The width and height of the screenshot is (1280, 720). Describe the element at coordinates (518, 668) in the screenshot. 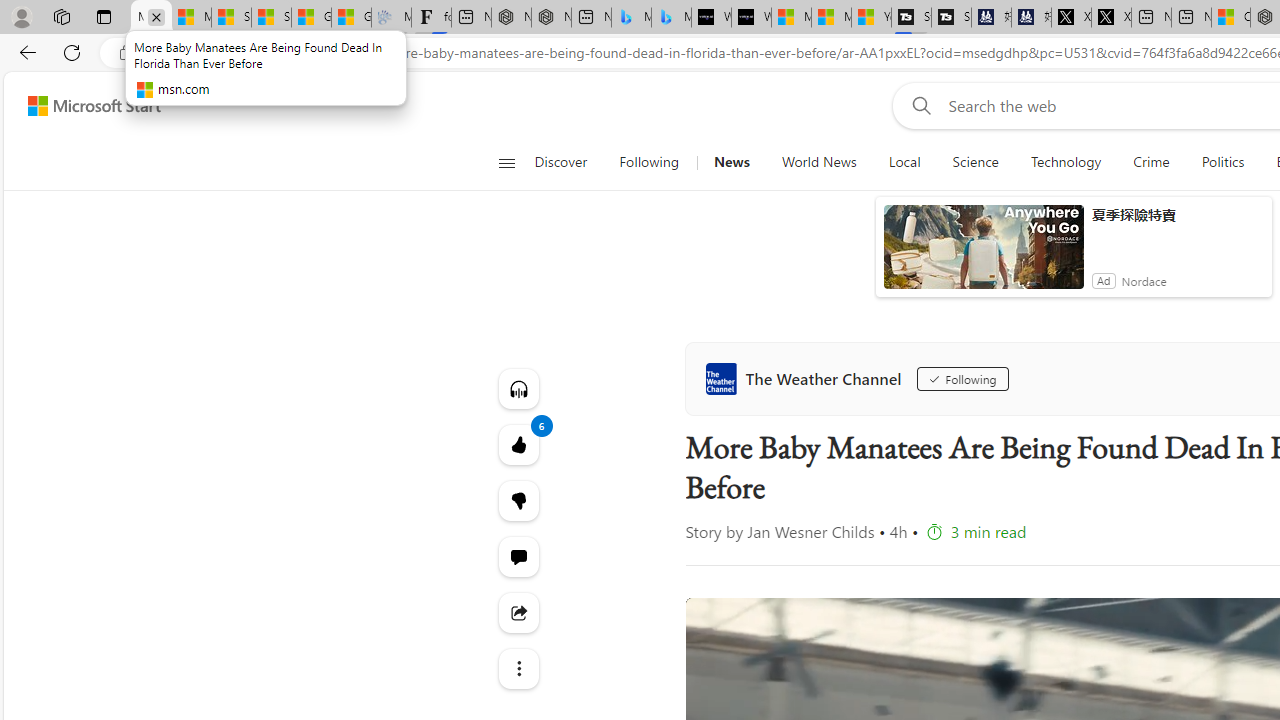

I see `'See more'` at that location.